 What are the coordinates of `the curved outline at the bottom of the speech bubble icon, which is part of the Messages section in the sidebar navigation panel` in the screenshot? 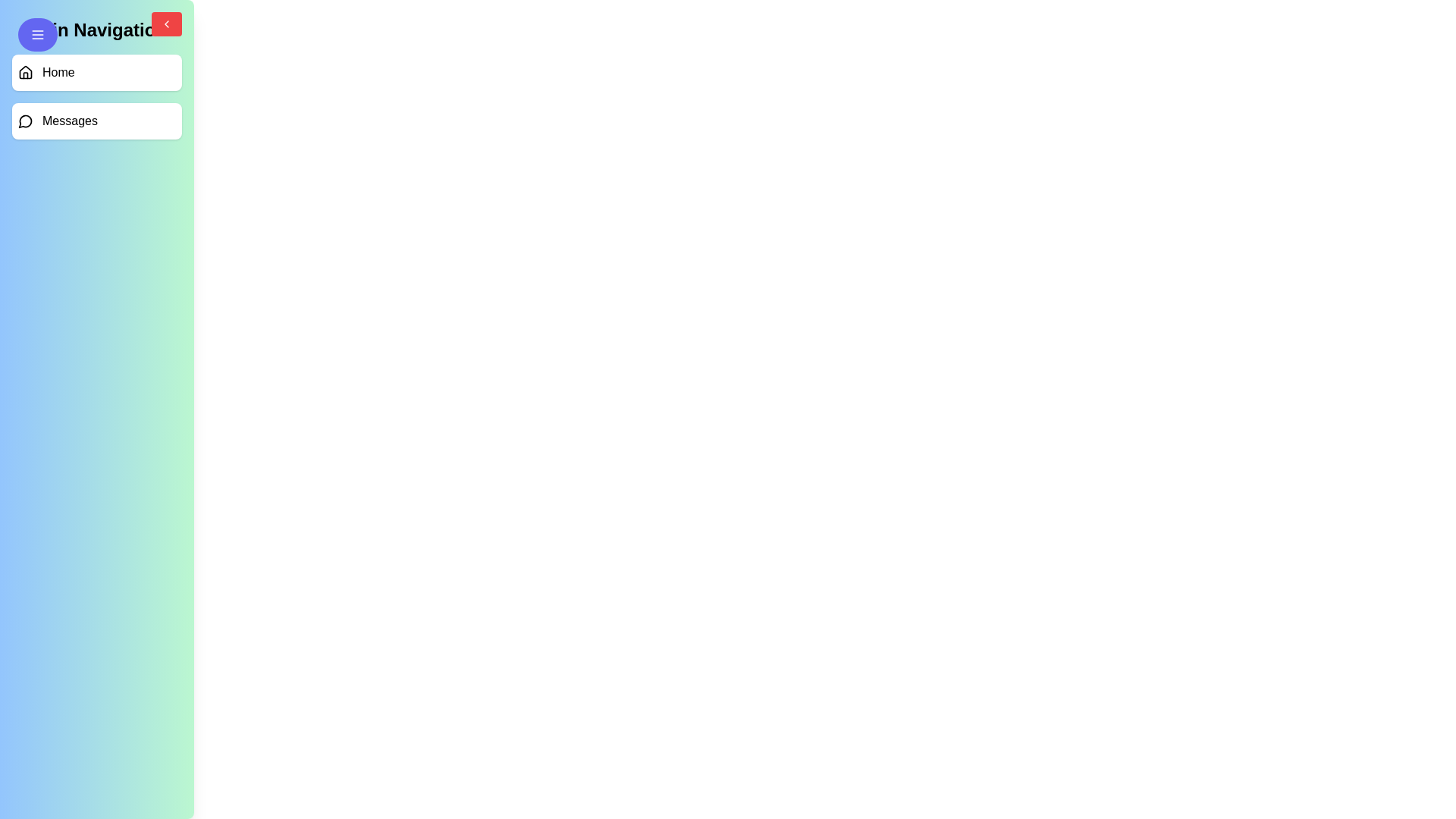 It's located at (25, 121).